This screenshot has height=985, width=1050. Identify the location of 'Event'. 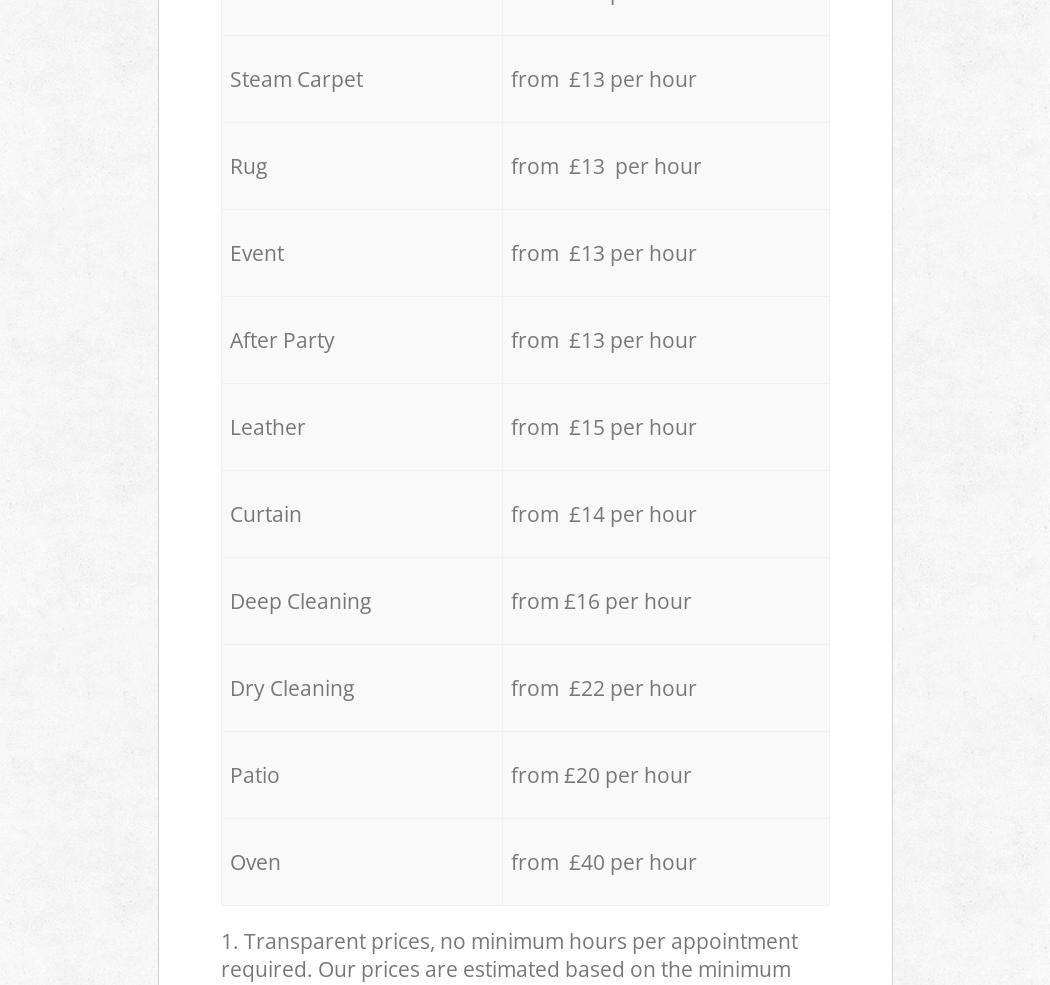
(255, 250).